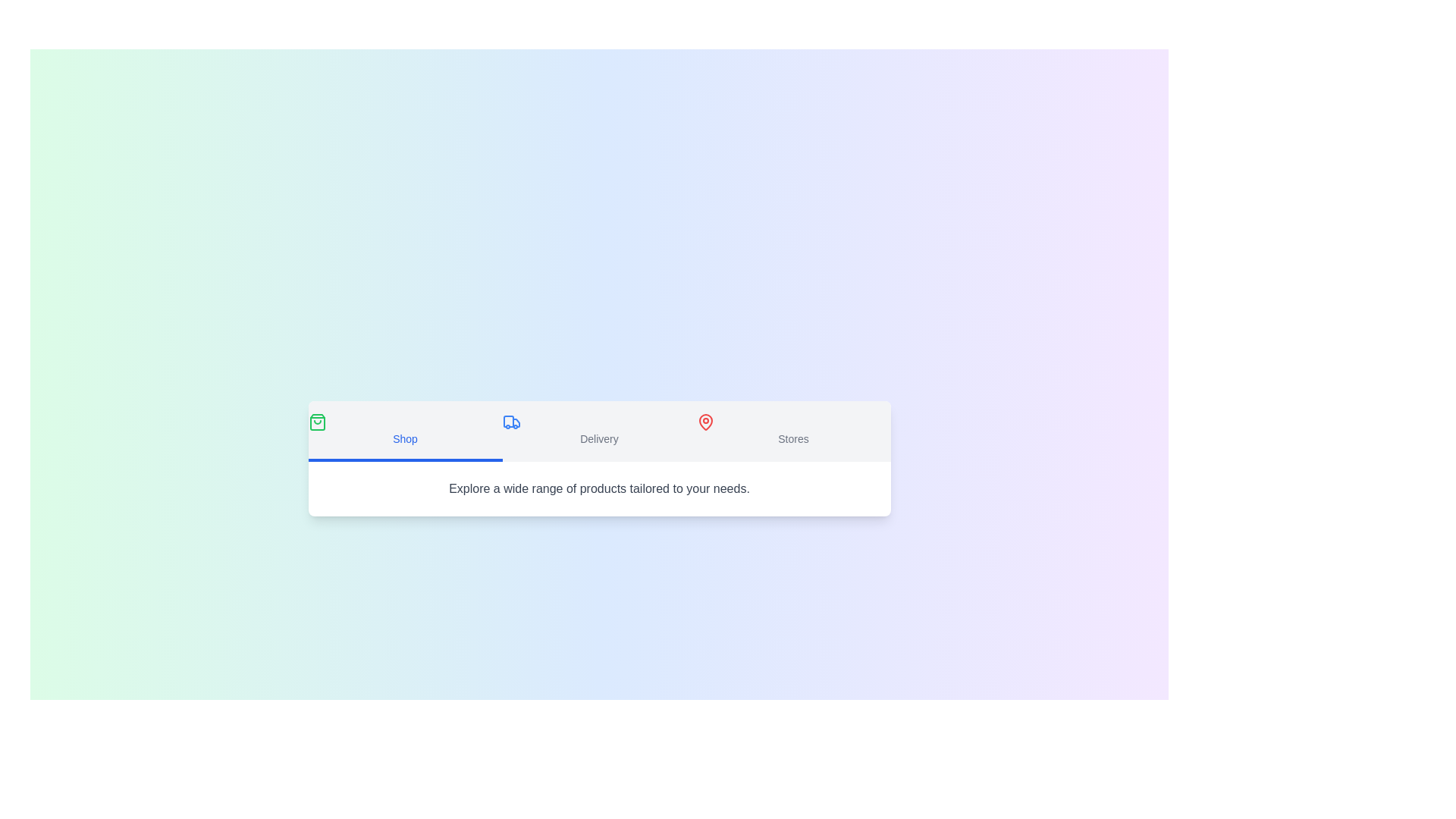 Image resolution: width=1456 pixels, height=819 pixels. What do you see at coordinates (792, 431) in the screenshot?
I see `the Stores tab by clicking on its label` at bounding box center [792, 431].